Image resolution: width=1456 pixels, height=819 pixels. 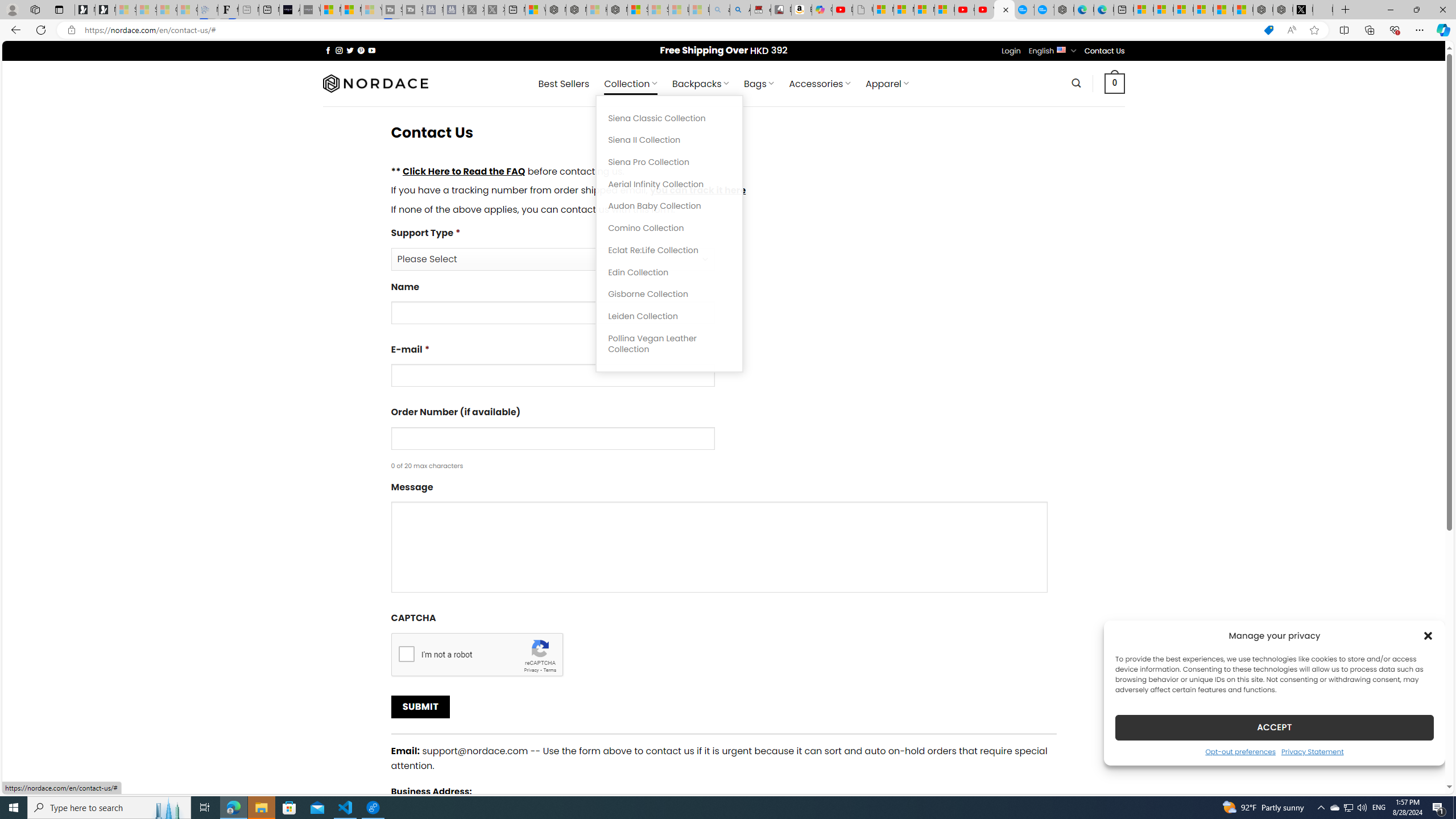 What do you see at coordinates (1163, 9) in the screenshot?
I see `'Microsoft account | Microsoft Account Privacy Settings'` at bounding box center [1163, 9].